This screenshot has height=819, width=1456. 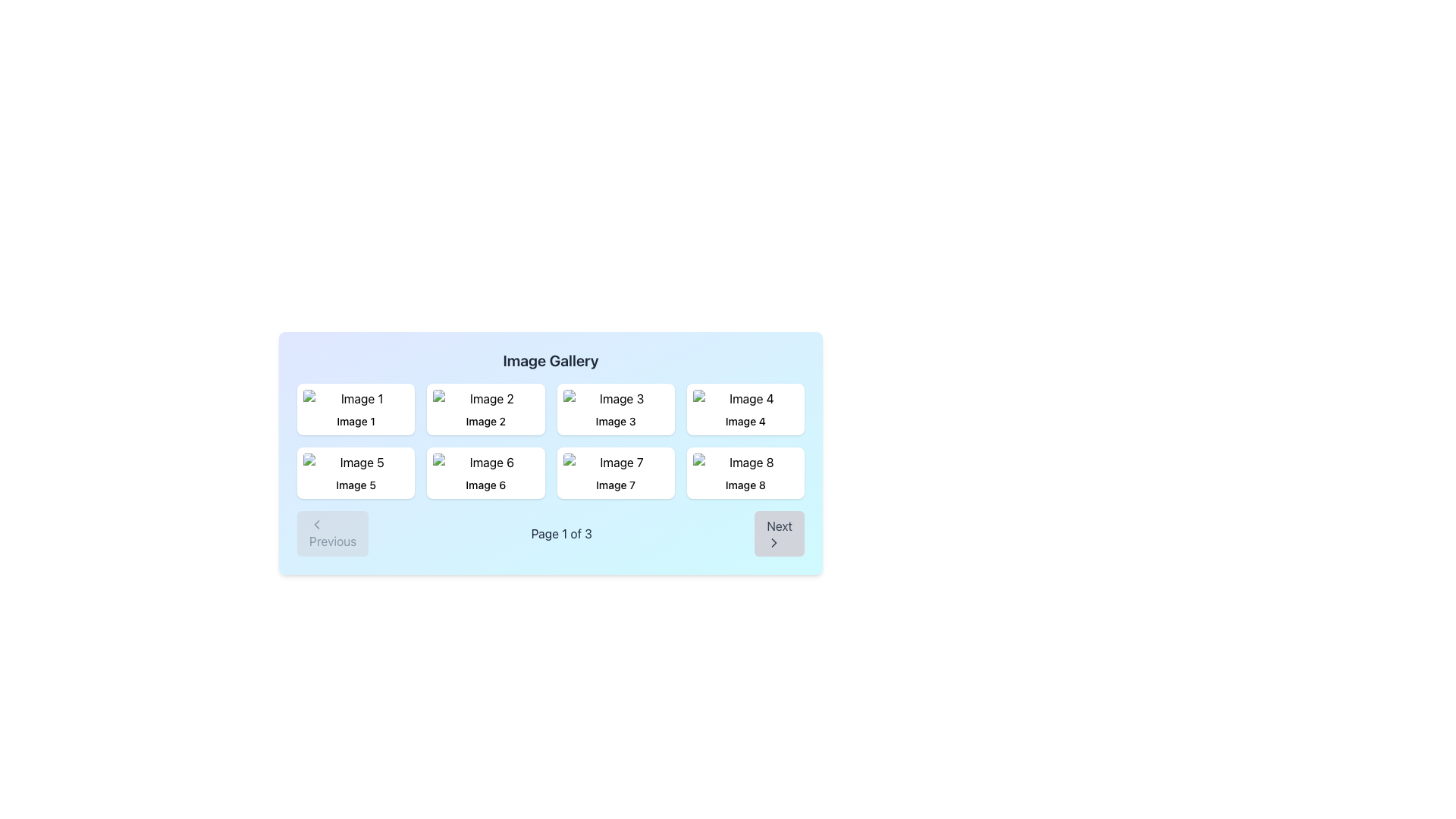 What do you see at coordinates (355, 409) in the screenshot?
I see `the first Information card in the top-left corner of the 2x4 grid layout, which displays a preview image and text` at bounding box center [355, 409].